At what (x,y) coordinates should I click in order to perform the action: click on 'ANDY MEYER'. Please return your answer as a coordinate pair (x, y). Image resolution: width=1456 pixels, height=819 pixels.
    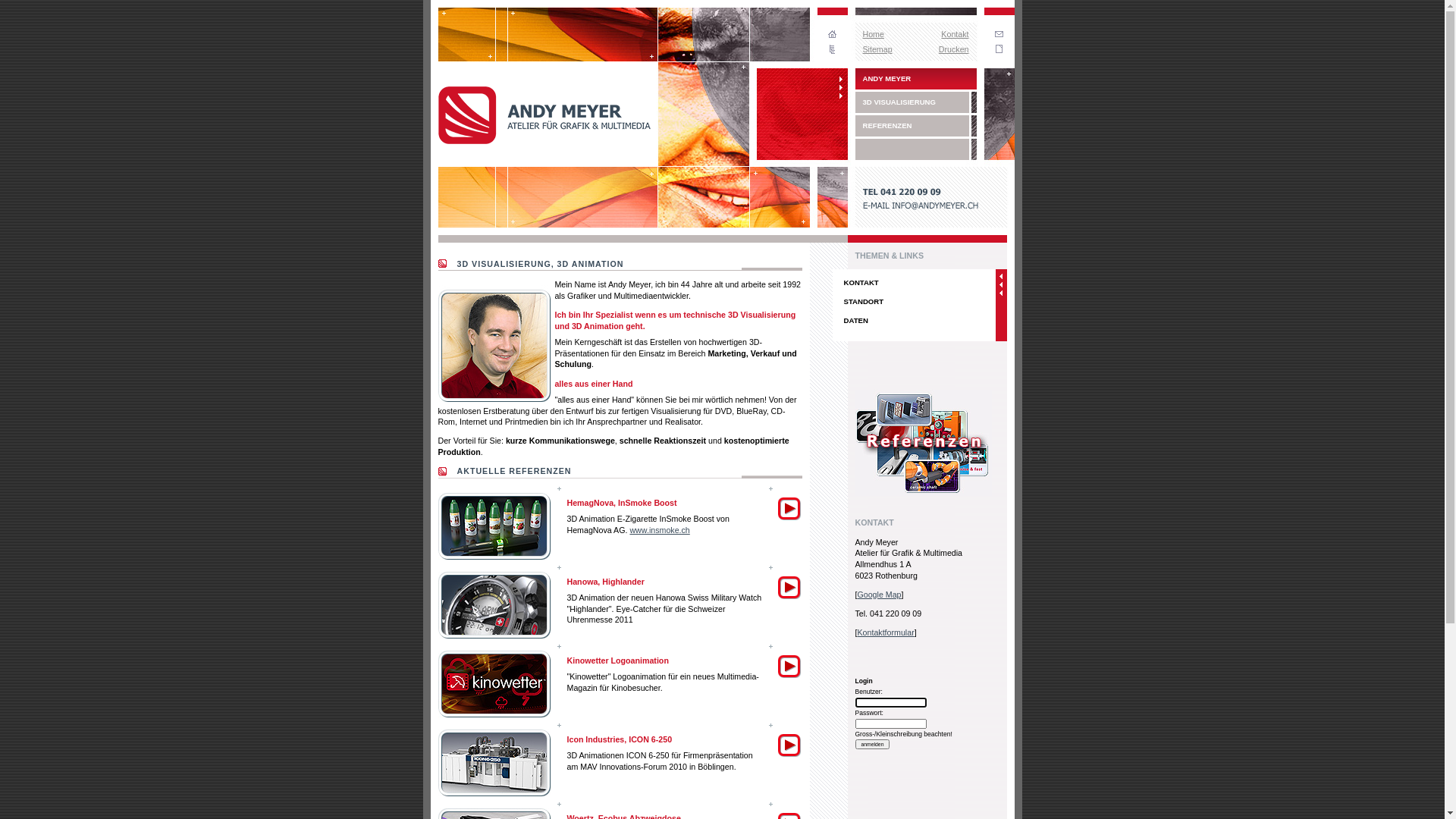
    Looking at the image, I should click on (915, 79).